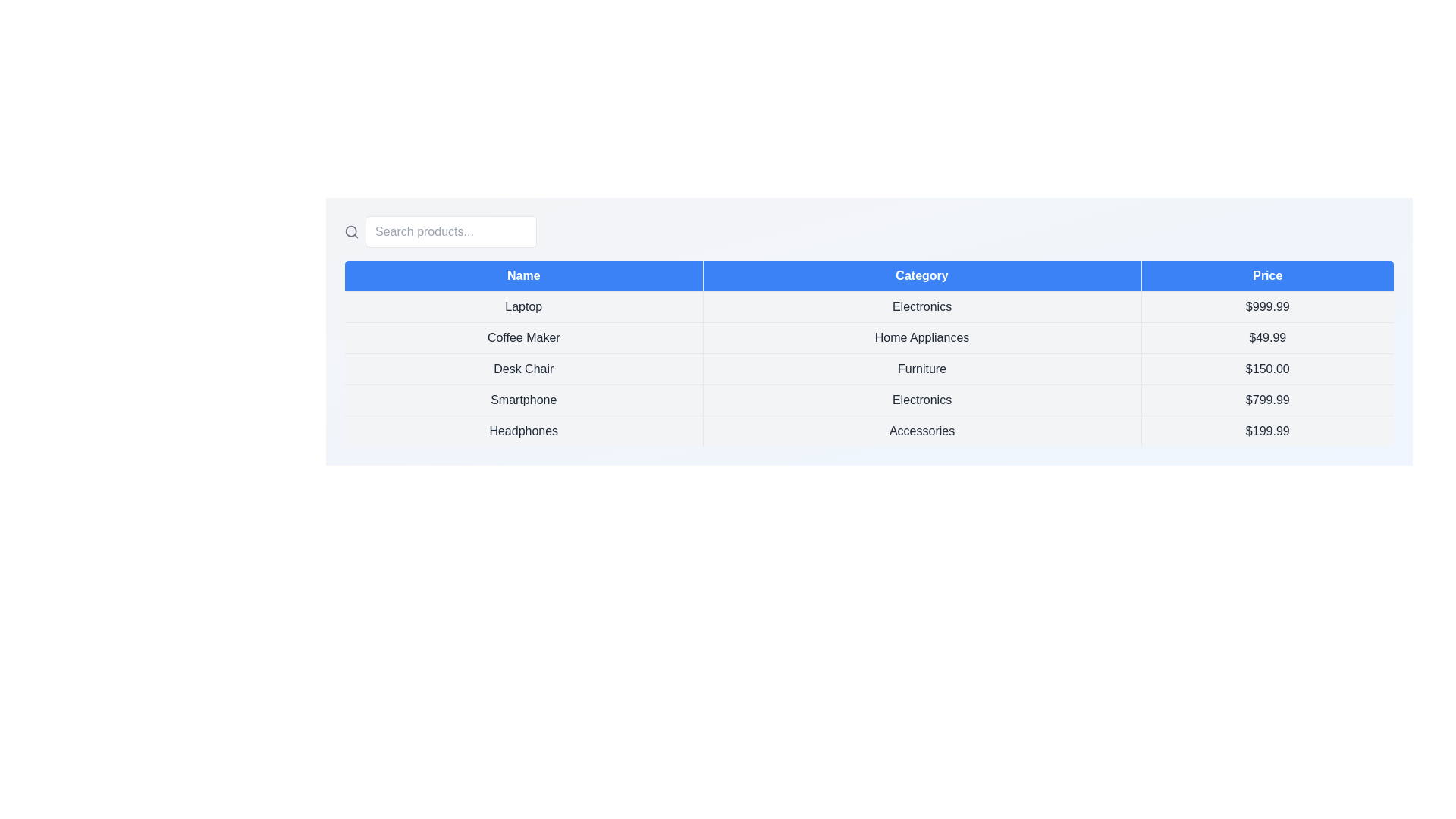  Describe the element at coordinates (523, 400) in the screenshot. I see `the textual label displaying 'Smartphone' in the 'Name' column of the table, located in the third row, corresponding to 'Electronics' in the 'Category' column and '$799.99' in the 'Price' column` at that location.